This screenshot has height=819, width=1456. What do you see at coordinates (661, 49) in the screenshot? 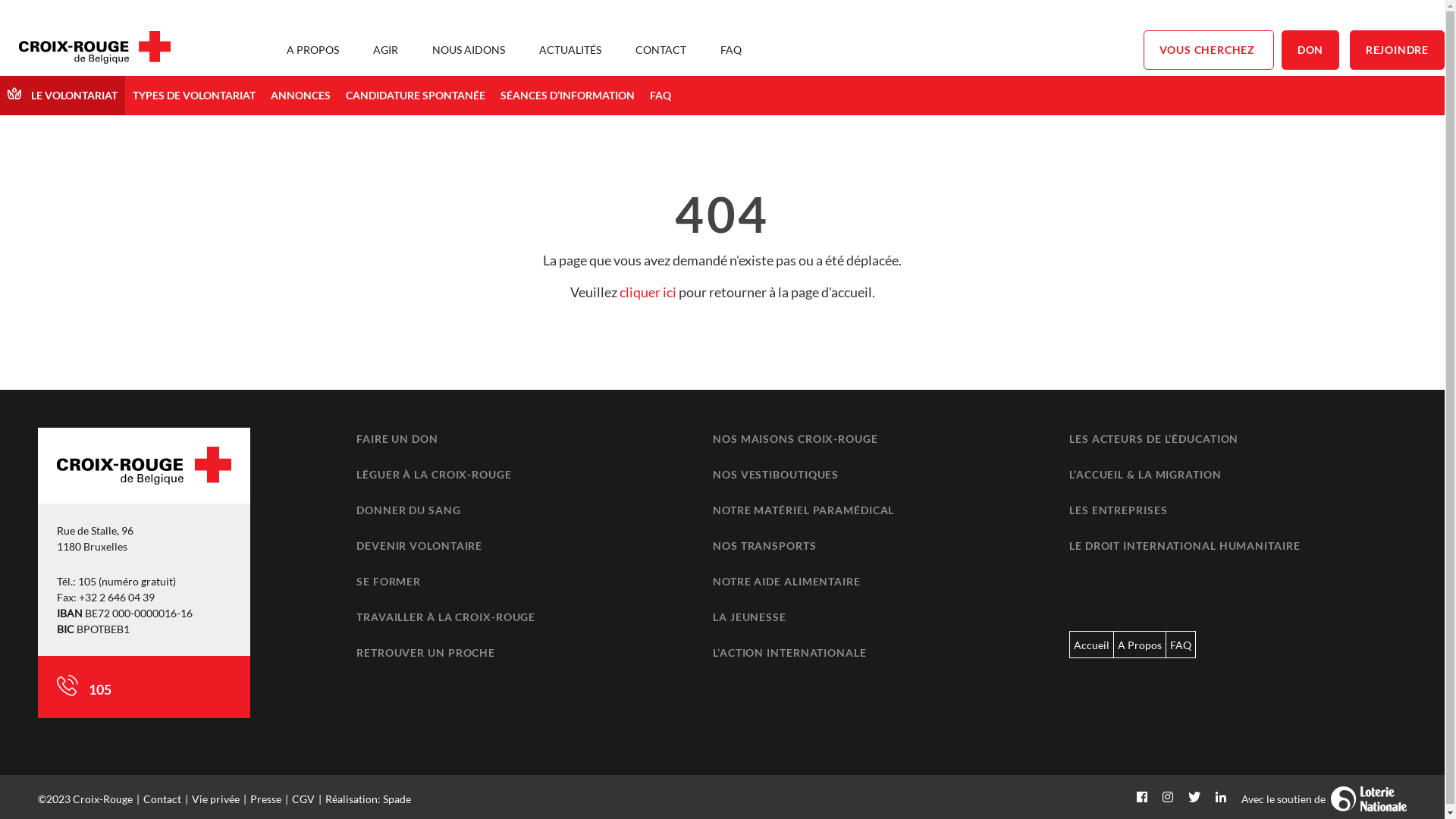
I see `'CONTACT'` at bounding box center [661, 49].